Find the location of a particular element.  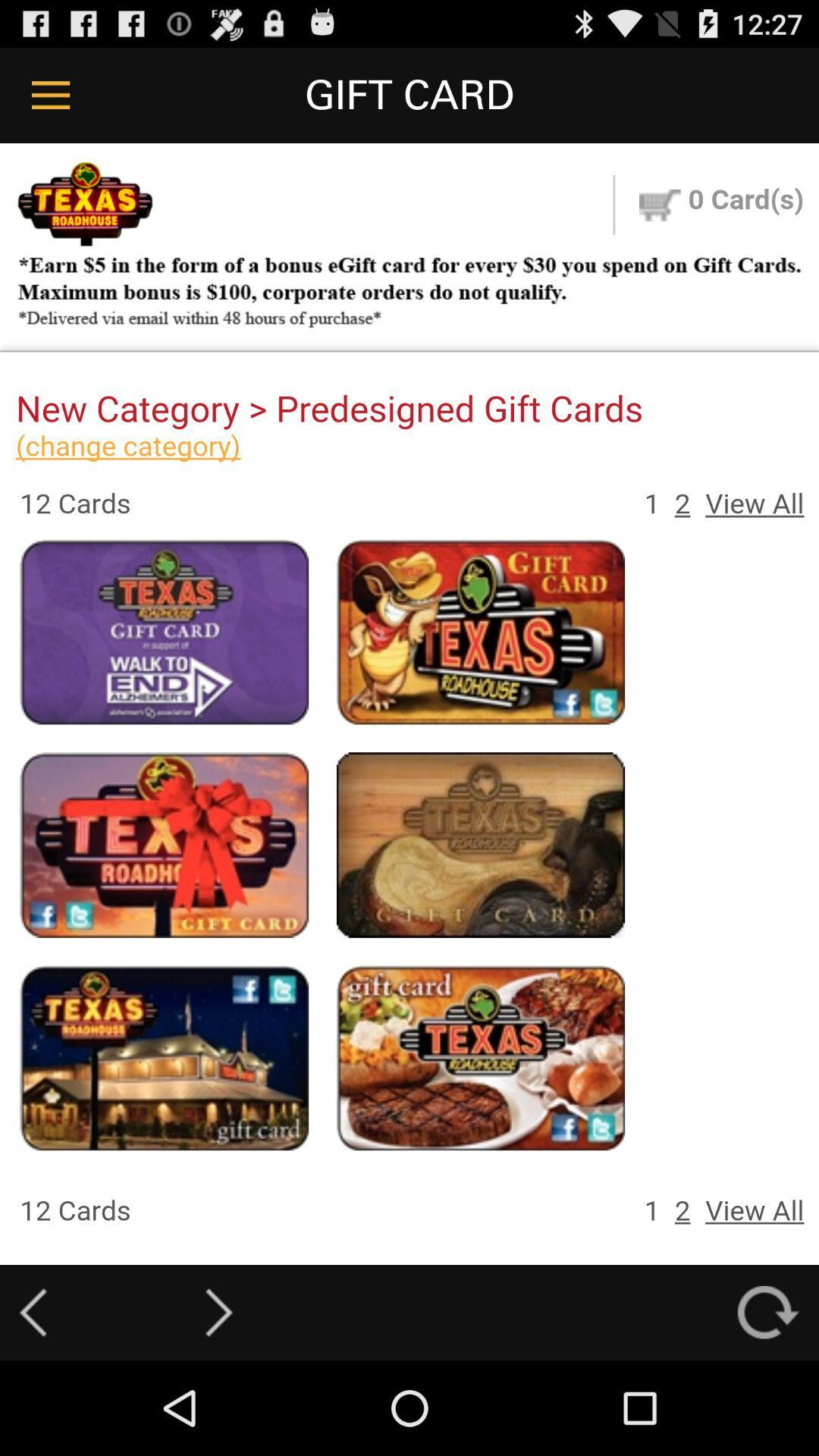

for adivestment is located at coordinates (409, 703).